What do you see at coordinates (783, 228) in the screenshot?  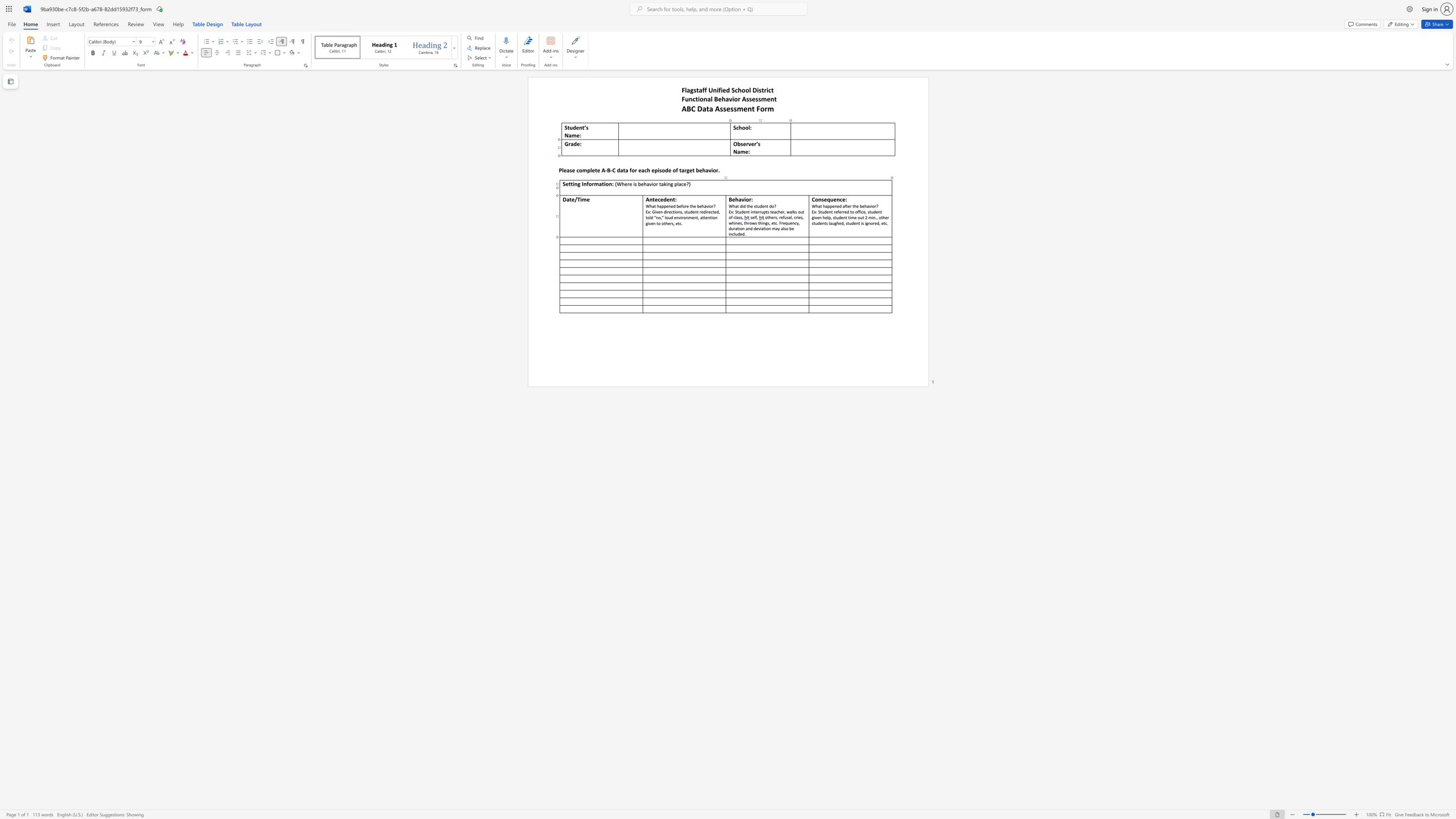 I see `the 1th character "l" in the text` at bounding box center [783, 228].